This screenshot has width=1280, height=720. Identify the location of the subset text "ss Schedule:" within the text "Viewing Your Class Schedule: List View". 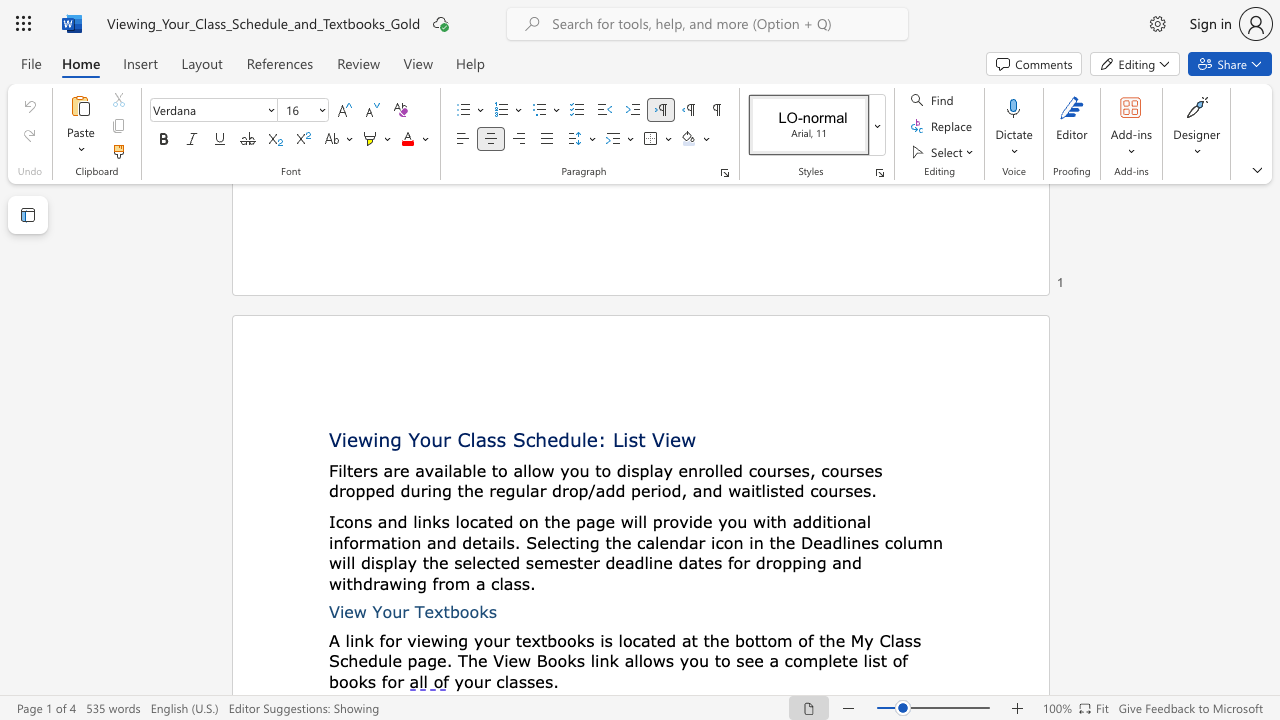
(486, 438).